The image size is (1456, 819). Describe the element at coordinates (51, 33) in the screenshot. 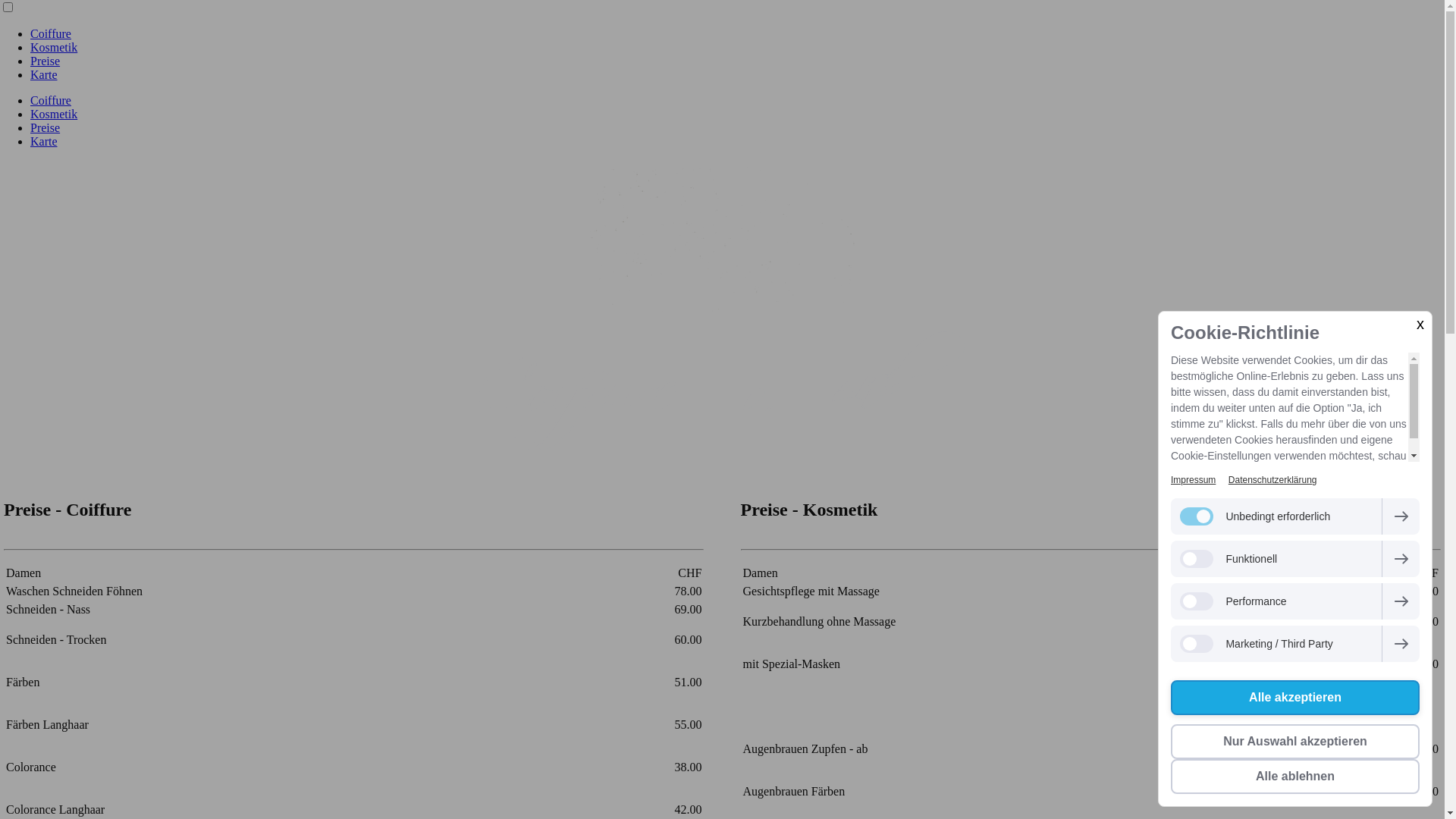

I see `'Coiffure'` at that location.